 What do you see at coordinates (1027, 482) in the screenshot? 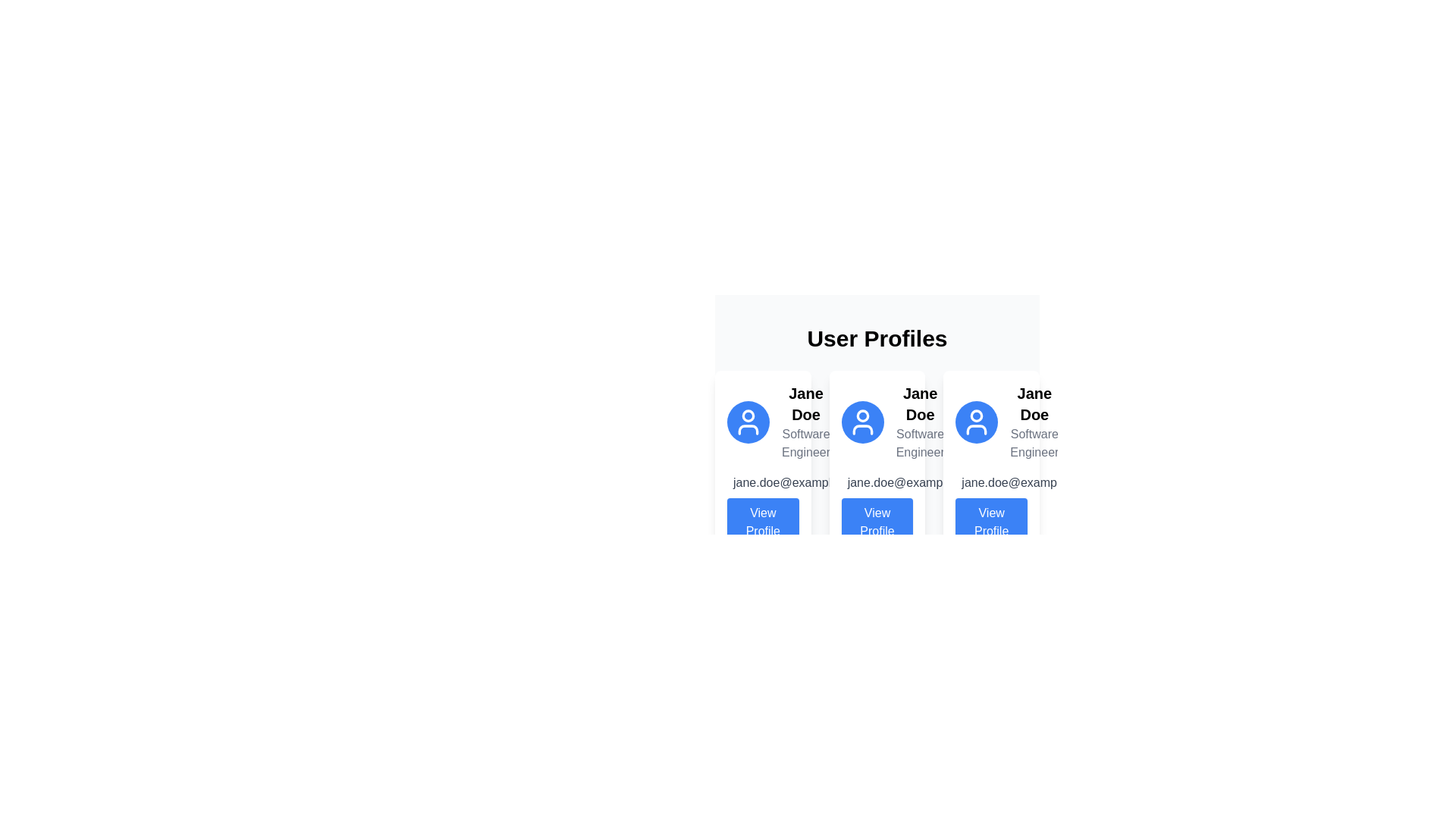
I see `the static text element displaying 'jane.doe@example.com' located in the third user profile card, below the name 'Jane Doe' and title 'Software Engineer'` at bounding box center [1027, 482].